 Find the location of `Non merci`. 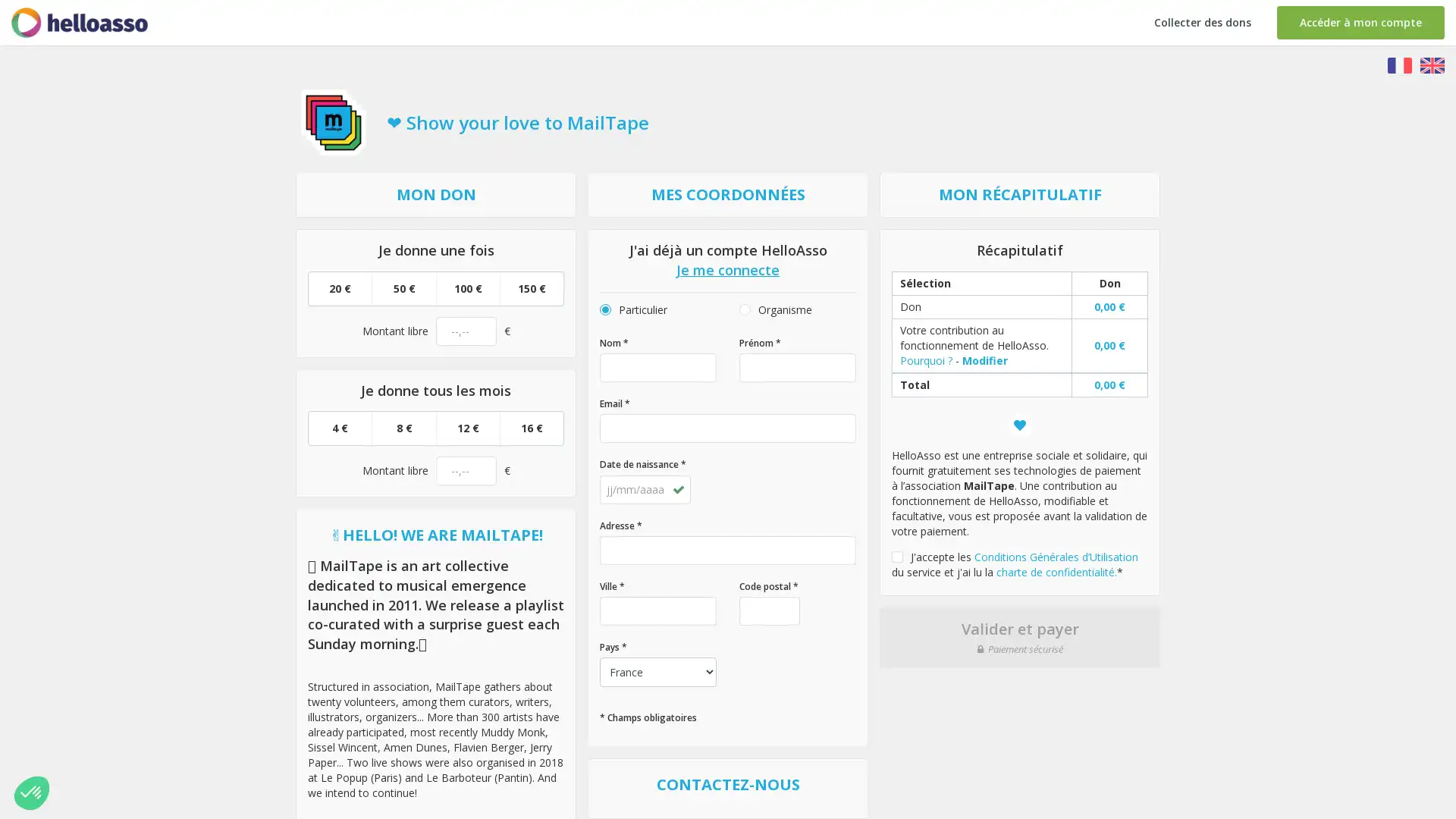

Non merci is located at coordinates (32, 792).